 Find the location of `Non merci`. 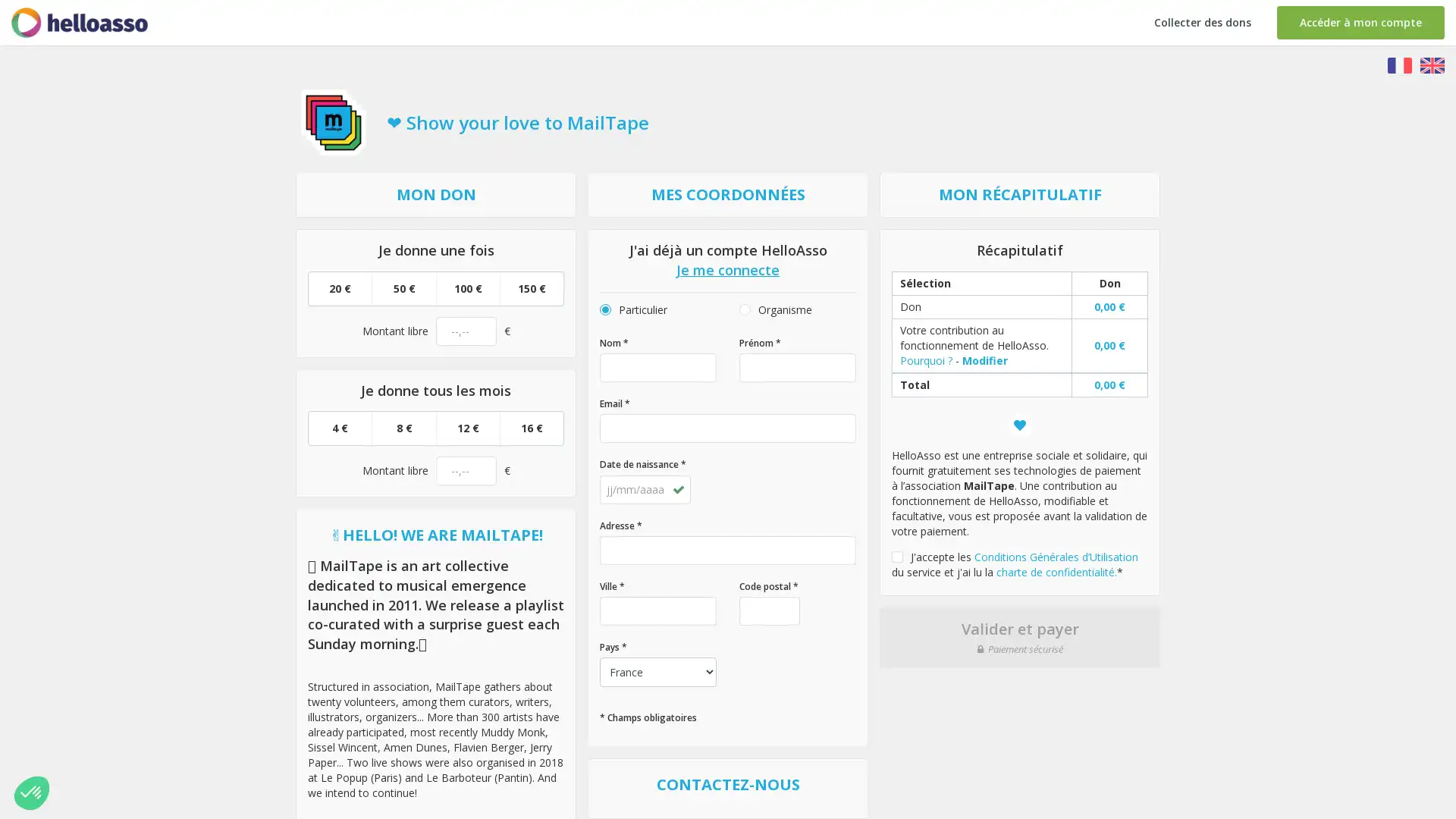

Non merci is located at coordinates (32, 792).